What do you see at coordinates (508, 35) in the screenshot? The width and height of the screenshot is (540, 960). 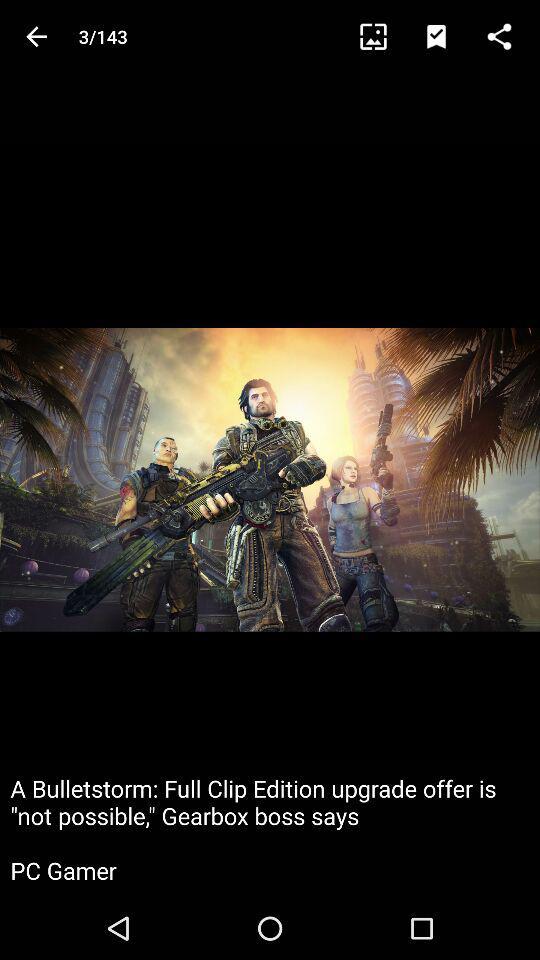 I see `this is the function button that allows you to share what you are looking at with other people` at bounding box center [508, 35].